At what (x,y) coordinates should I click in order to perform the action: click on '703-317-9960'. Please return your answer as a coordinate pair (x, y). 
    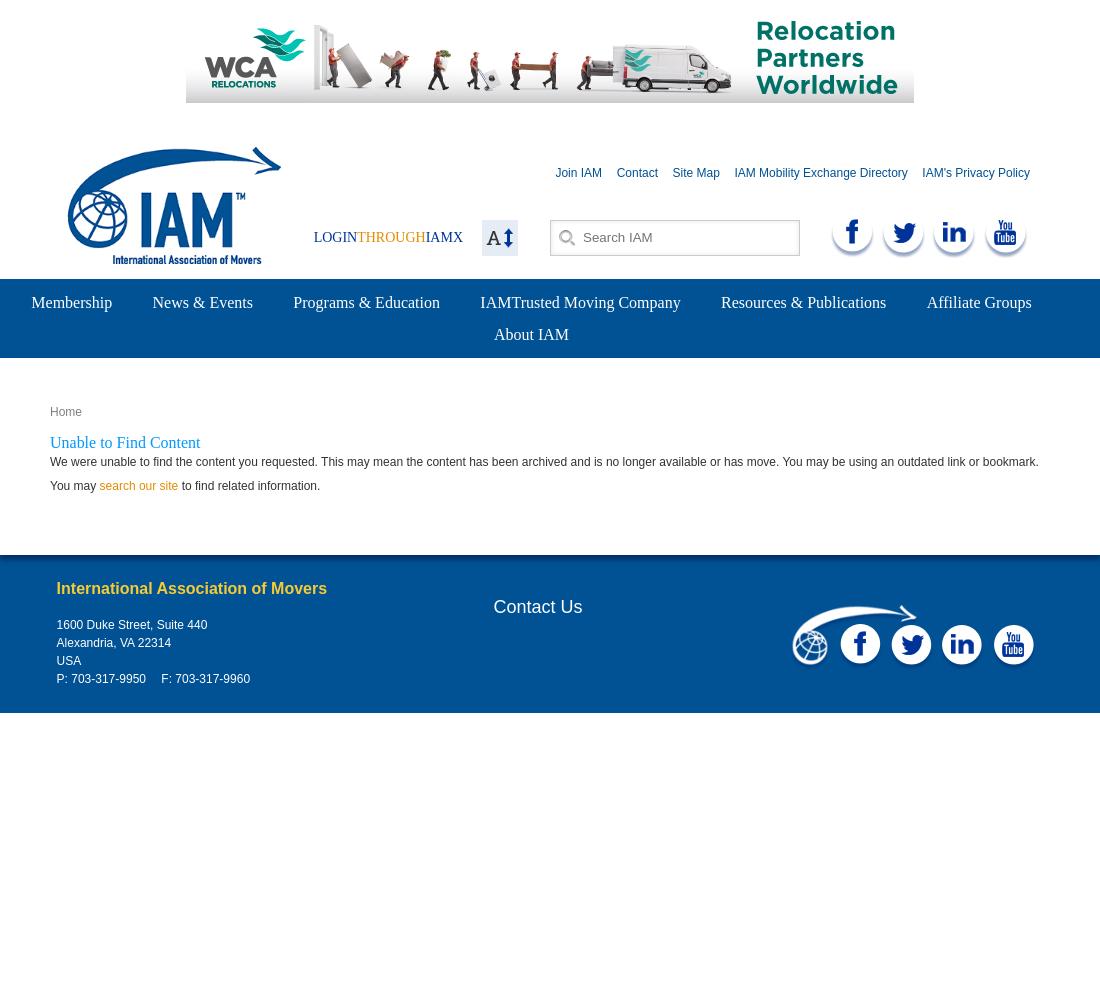
    Looking at the image, I should click on (171, 679).